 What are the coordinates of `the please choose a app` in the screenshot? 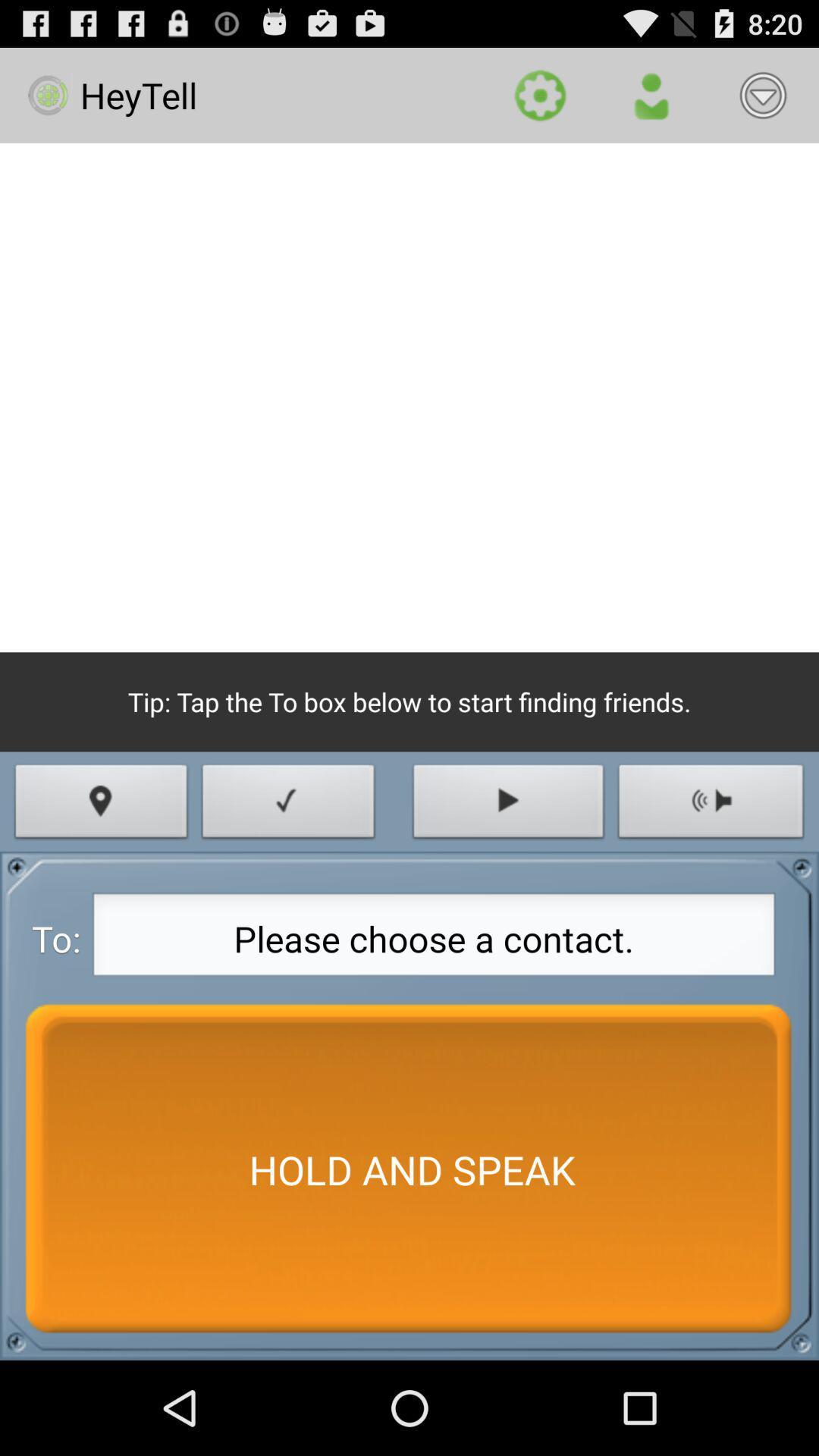 It's located at (434, 938).